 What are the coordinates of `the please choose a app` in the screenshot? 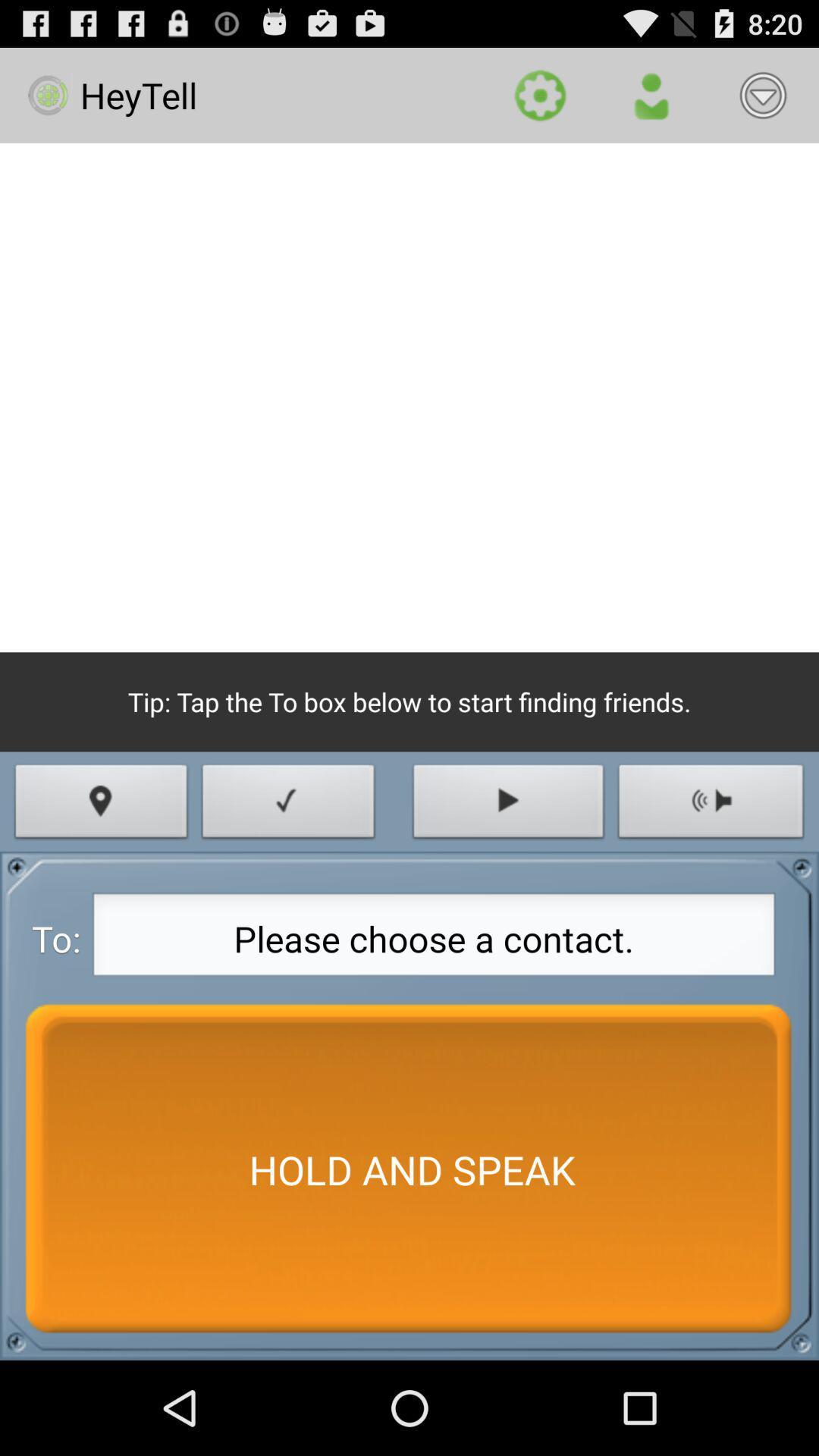 It's located at (434, 938).